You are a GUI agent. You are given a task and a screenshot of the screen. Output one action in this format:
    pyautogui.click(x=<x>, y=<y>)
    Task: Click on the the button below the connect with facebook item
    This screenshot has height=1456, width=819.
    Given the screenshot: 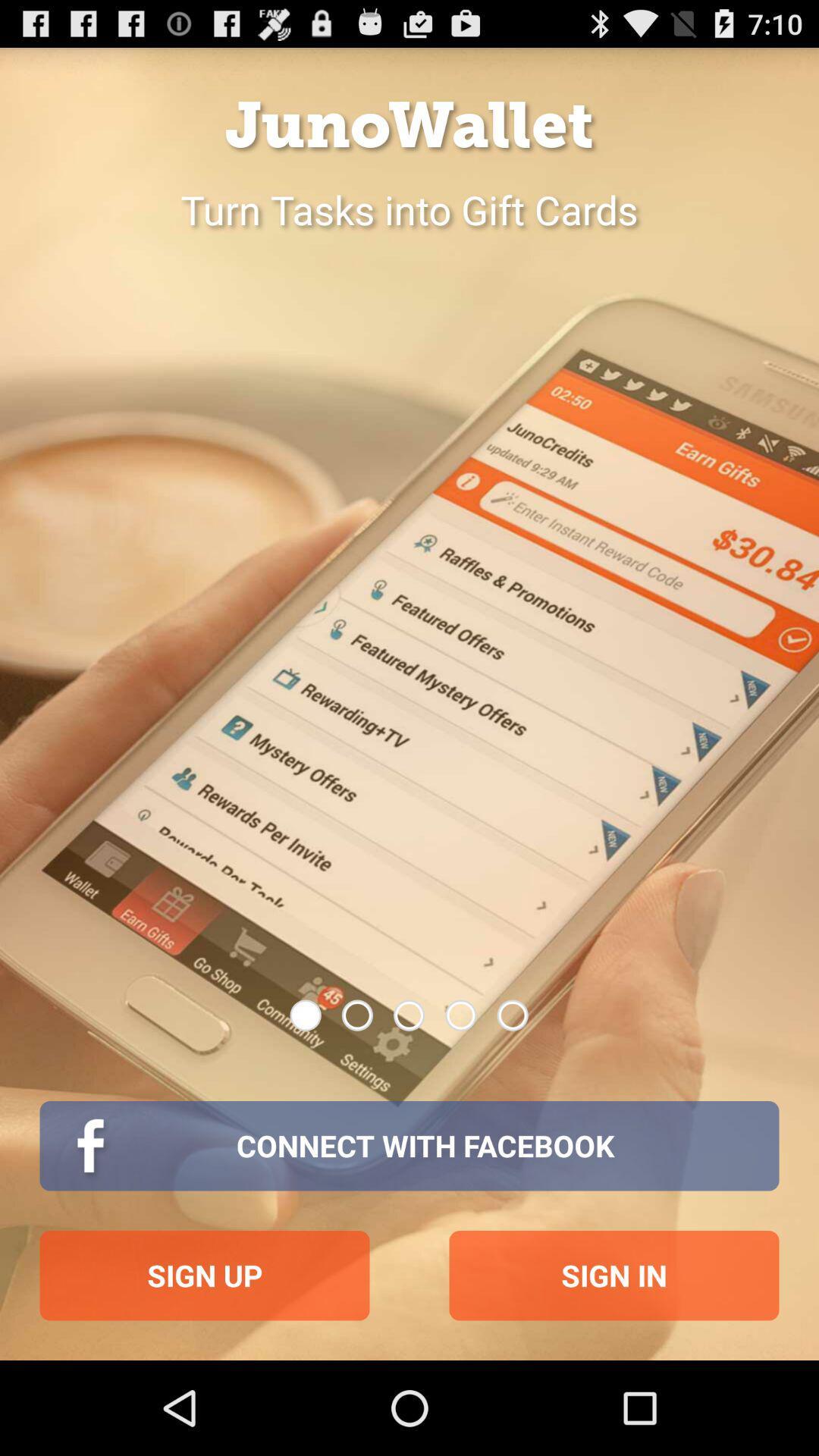 What is the action you would take?
    pyautogui.click(x=614, y=1275)
    